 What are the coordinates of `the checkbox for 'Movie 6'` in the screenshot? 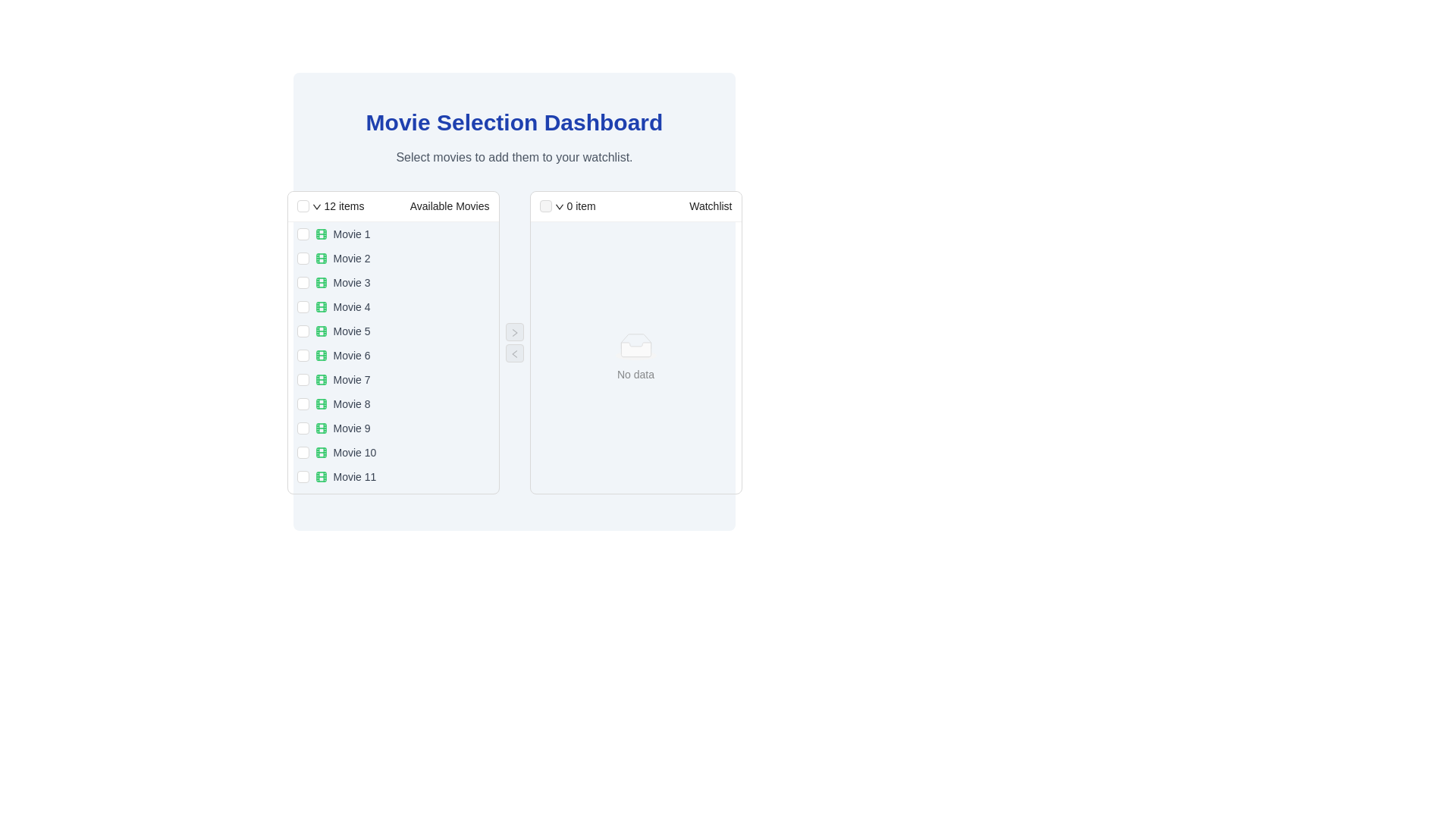 It's located at (303, 356).